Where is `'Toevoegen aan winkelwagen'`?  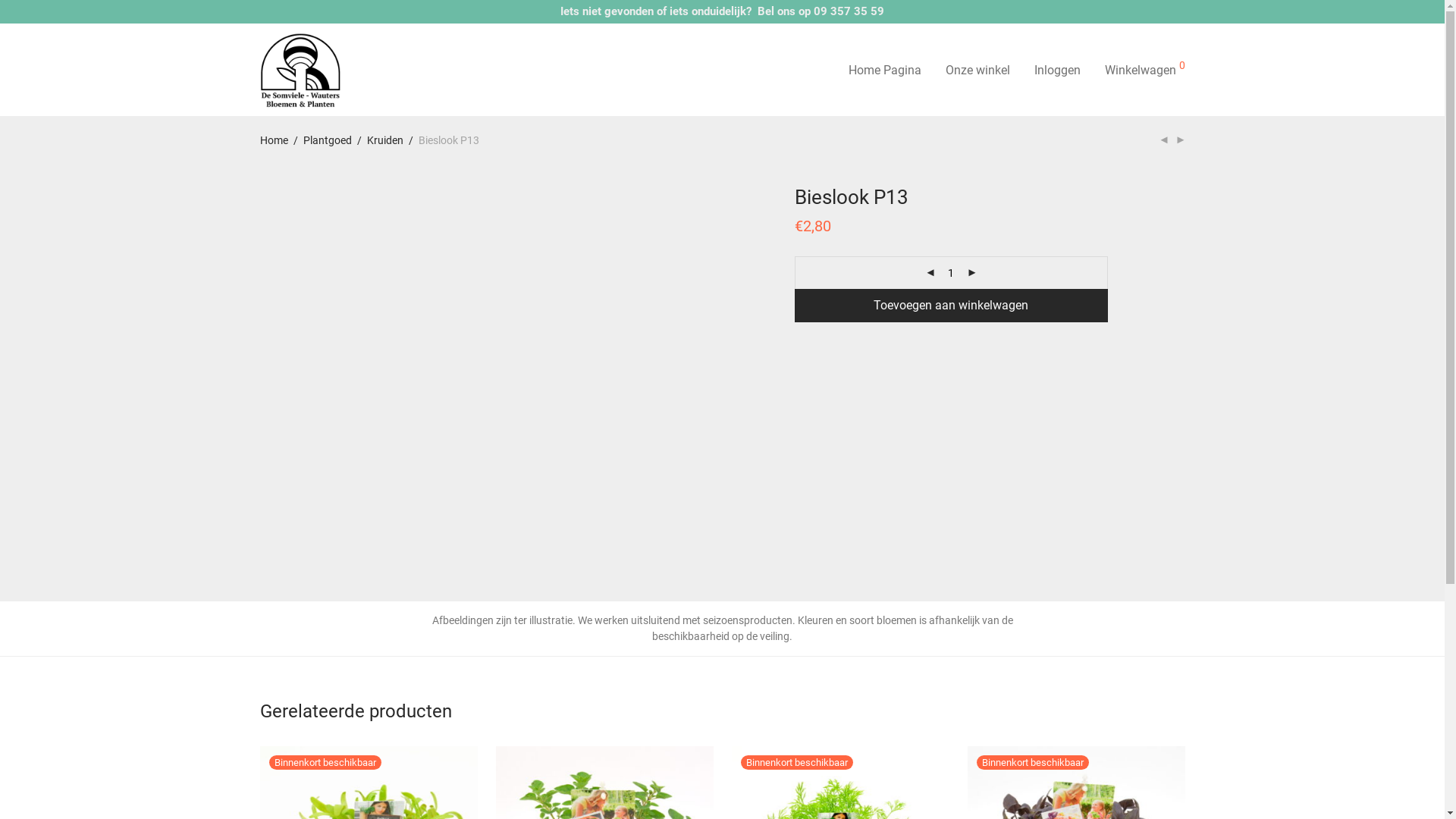
'Toevoegen aan winkelwagen' is located at coordinates (950, 305).